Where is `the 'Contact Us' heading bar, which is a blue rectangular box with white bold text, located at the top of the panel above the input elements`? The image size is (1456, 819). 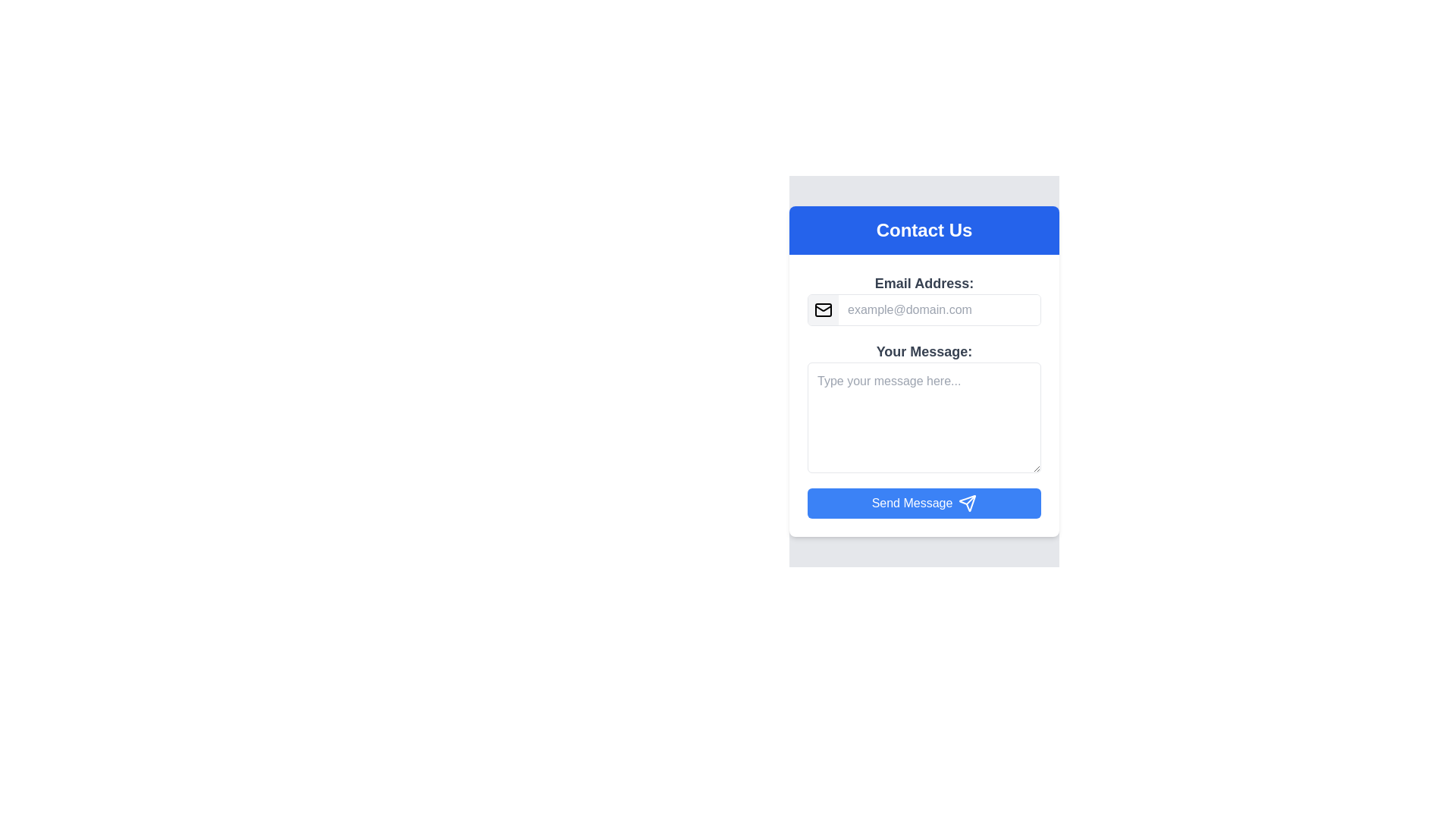
the 'Contact Us' heading bar, which is a blue rectangular box with white bold text, located at the top of the panel above the input elements is located at coordinates (924, 231).